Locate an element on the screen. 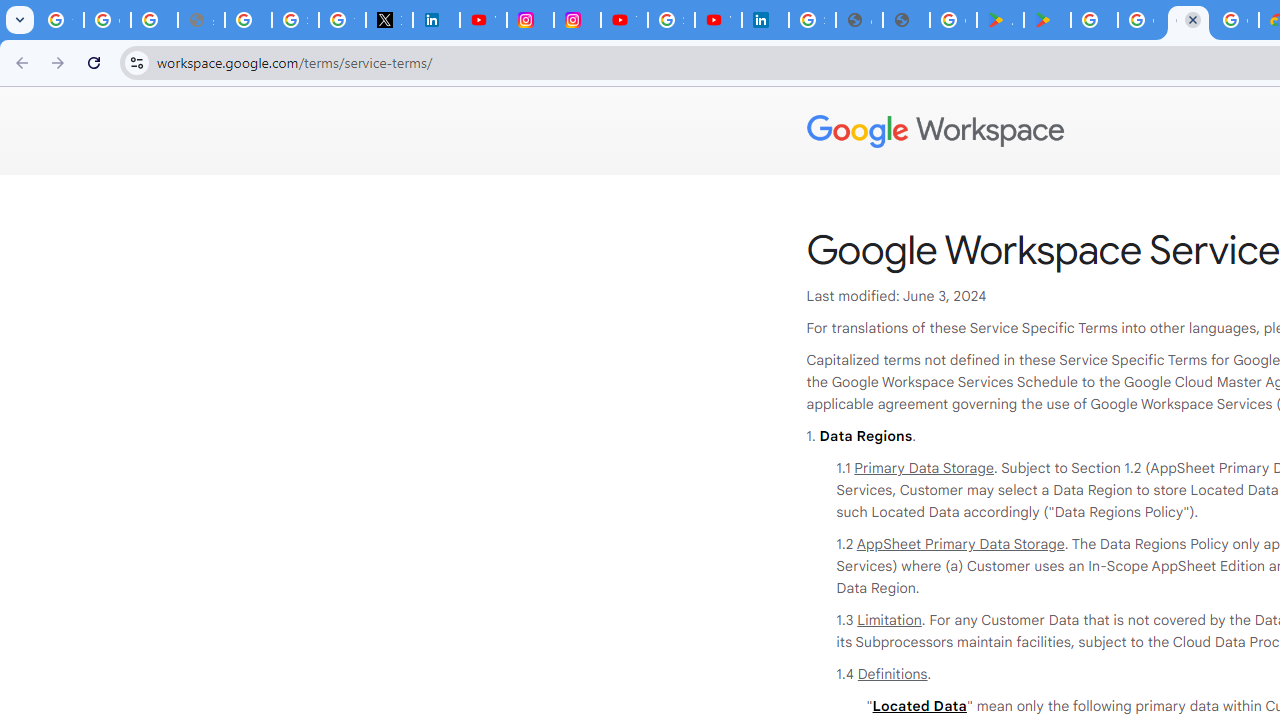 The image size is (1280, 720). 'Android Apps on Google Play' is located at coordinates (1000, 20).